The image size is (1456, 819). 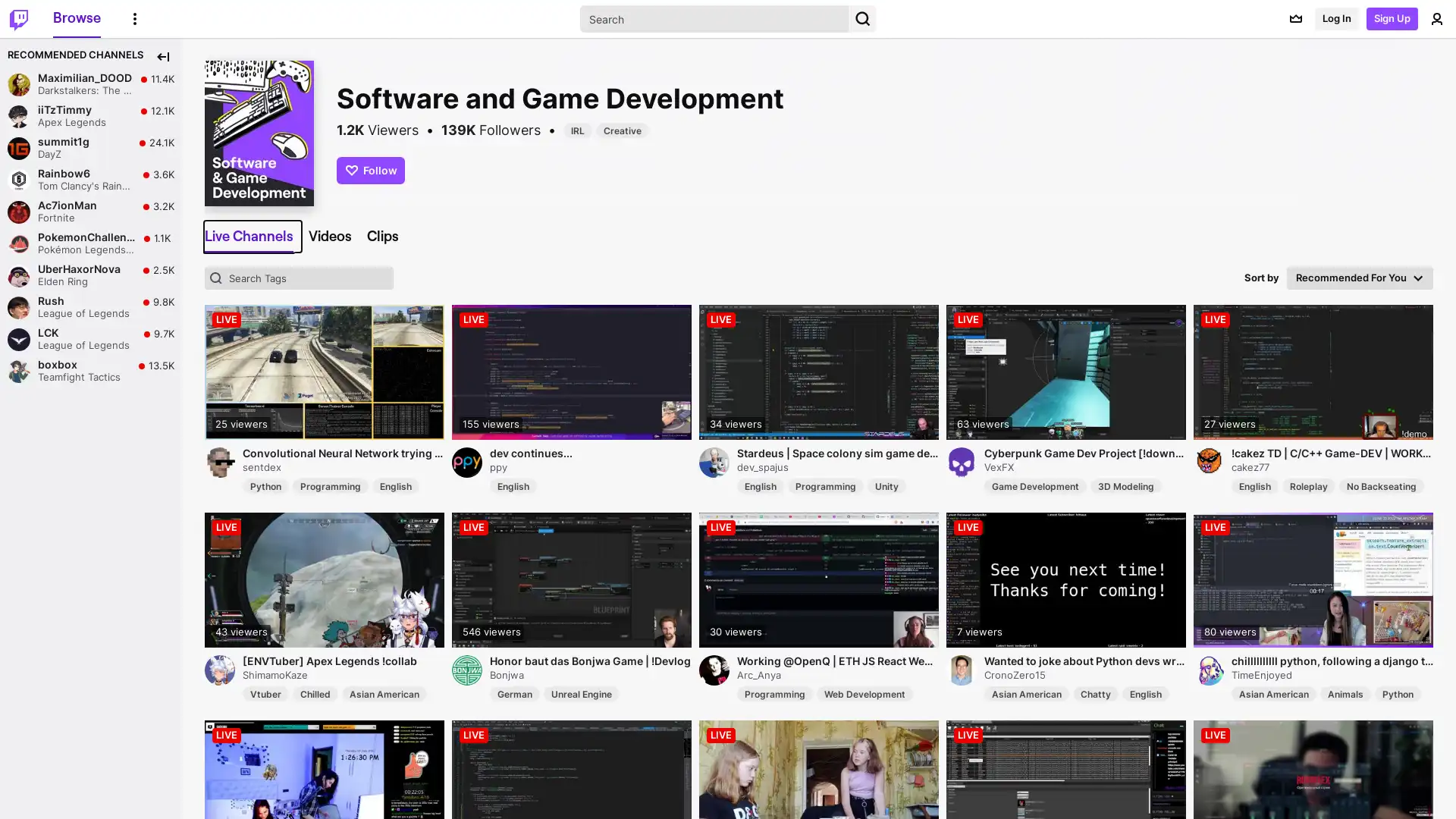 I want to click on Chatty, so click(x=1095, y=693).